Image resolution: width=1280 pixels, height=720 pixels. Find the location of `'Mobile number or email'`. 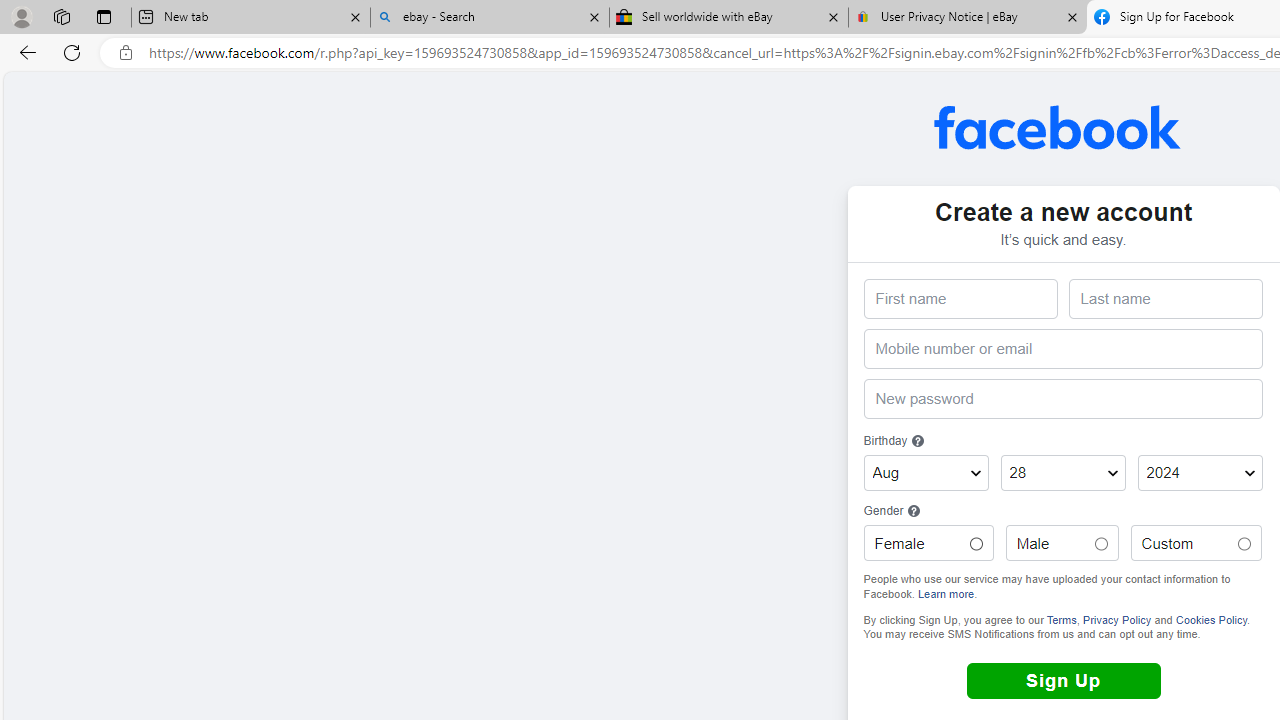

'Mobile number or email' is located at coordinates (1062, 348).